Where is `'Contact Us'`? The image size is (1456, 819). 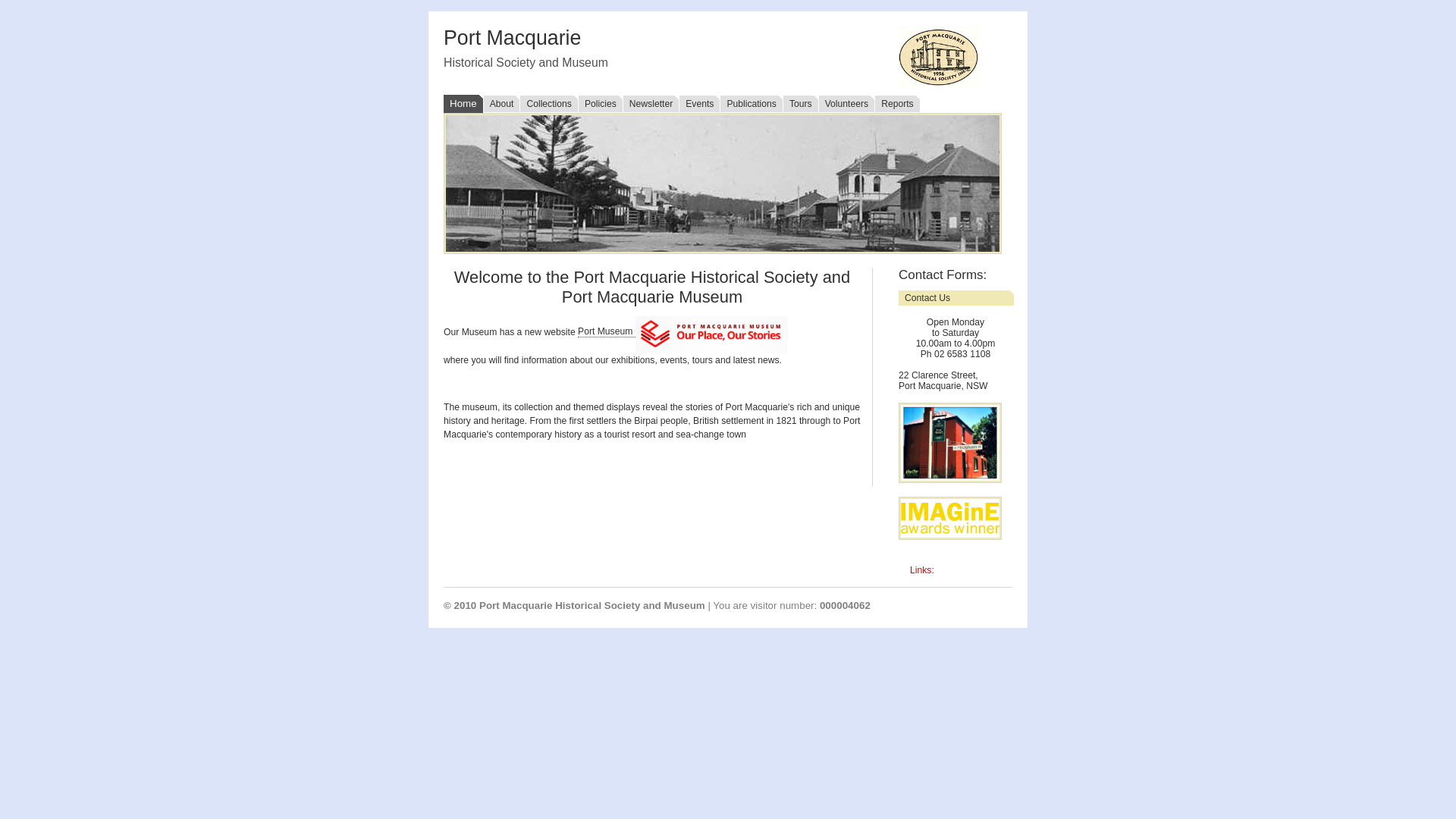
'Contact Us' is located at coordinates (955, 298).